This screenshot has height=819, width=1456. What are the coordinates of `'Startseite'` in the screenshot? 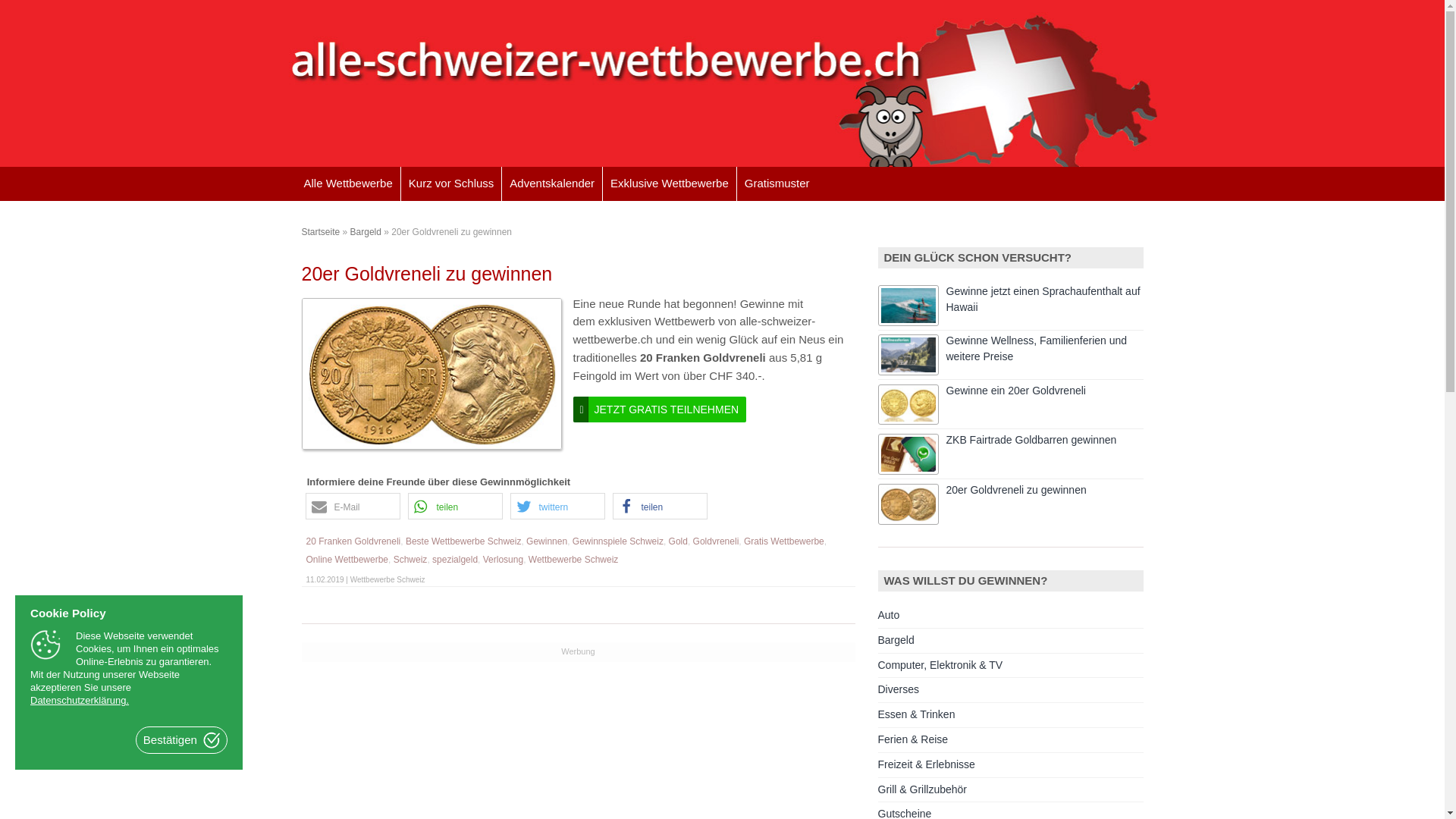 It's located at (320, 231).